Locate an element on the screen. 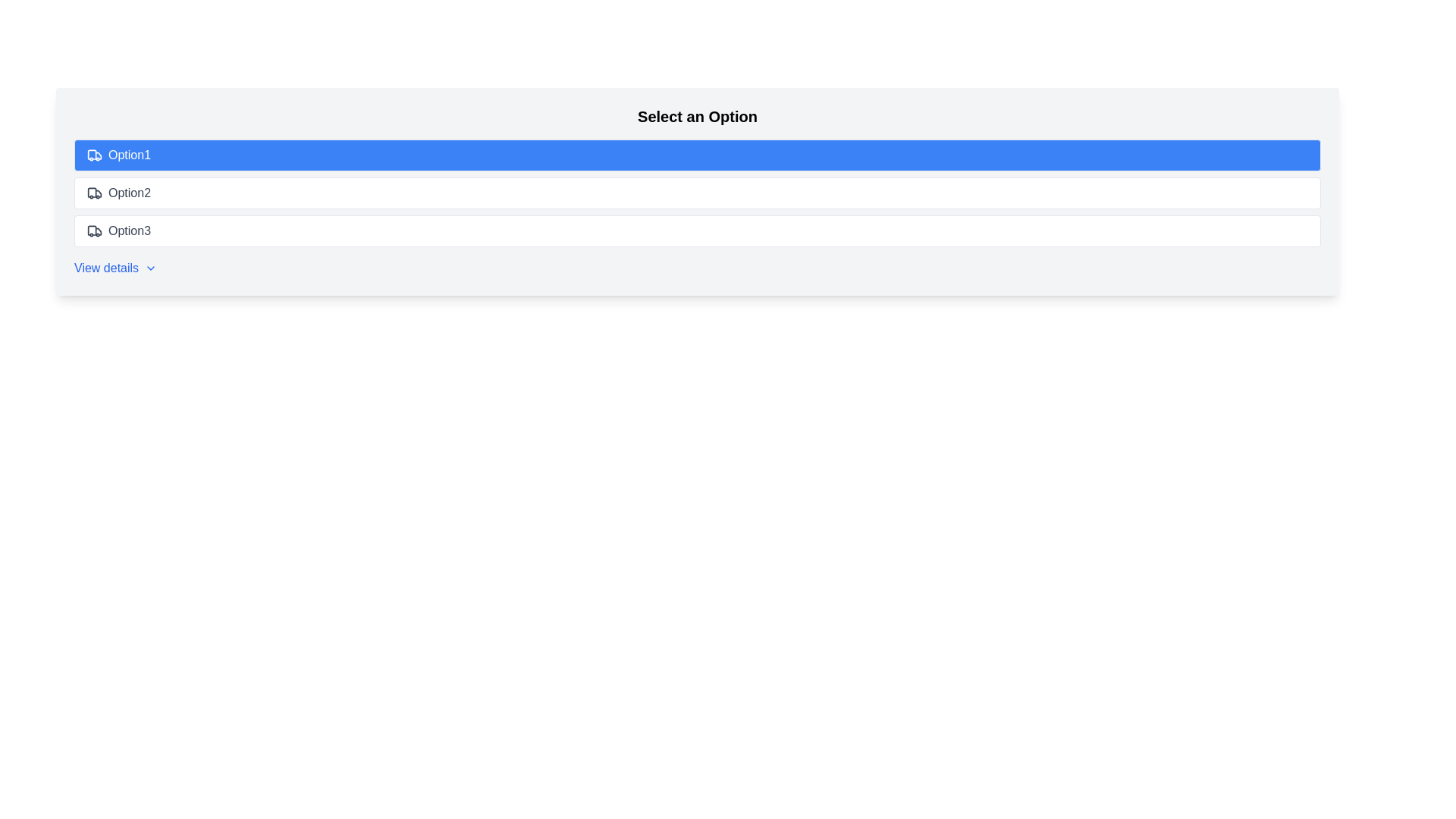 The height and width of the screenshot is (819, 1456). the radio button labeled 'Option3' is located at coordinates (697, 231).